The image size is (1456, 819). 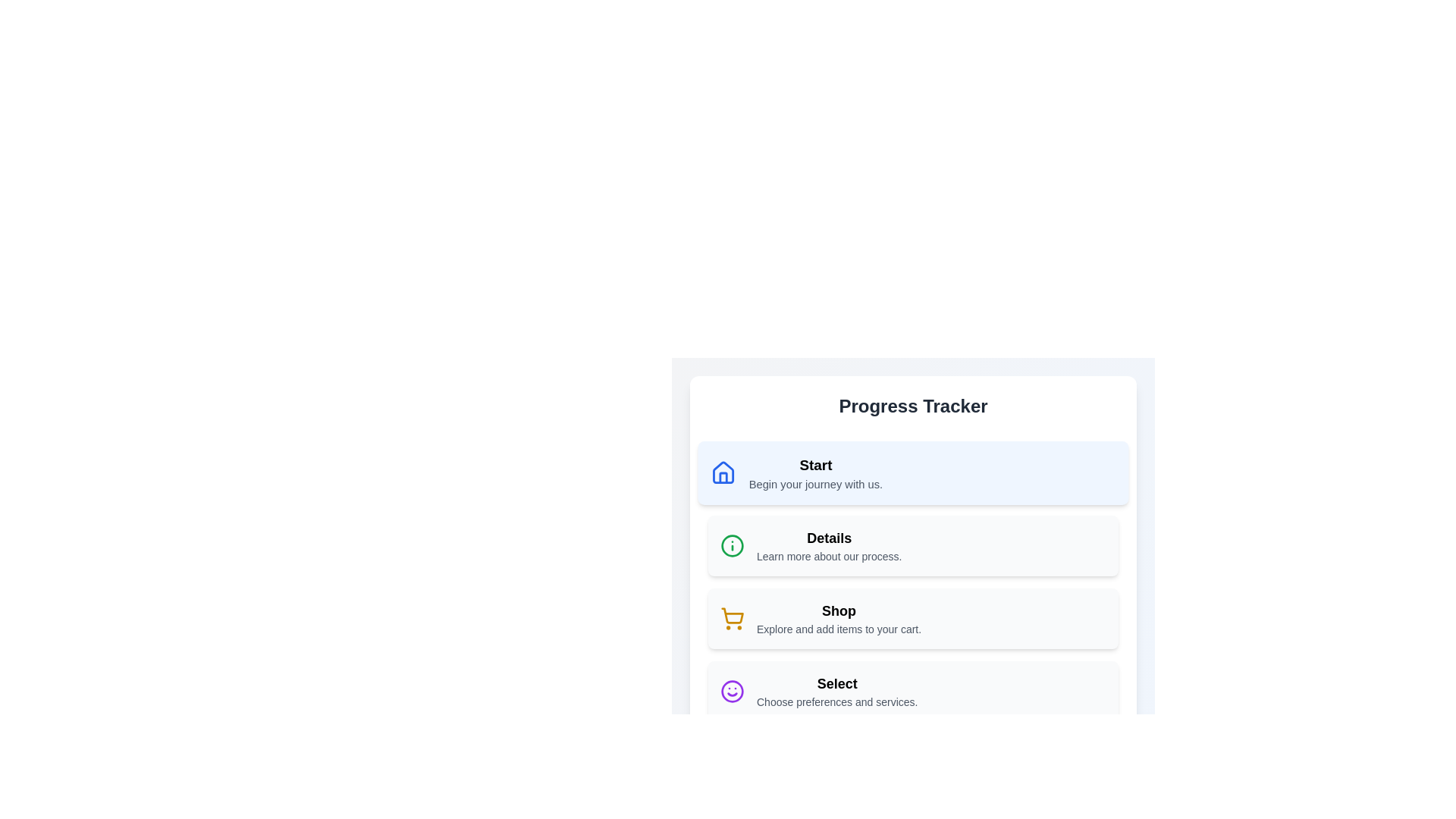 What do you see at coordinates (732, 546) in the screenshot?
I see `the circular graphical element that serves as a visual indicator for the 'Details' step, located in the vertical list of steps` at bounding box center [732, 546].